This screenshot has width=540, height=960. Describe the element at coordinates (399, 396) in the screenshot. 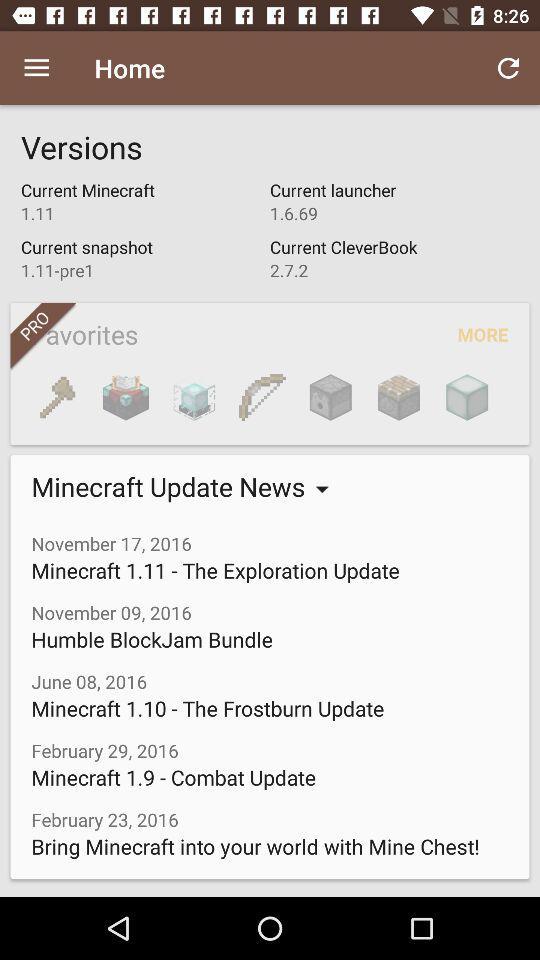

I see `icon next to the more icon` at that location.